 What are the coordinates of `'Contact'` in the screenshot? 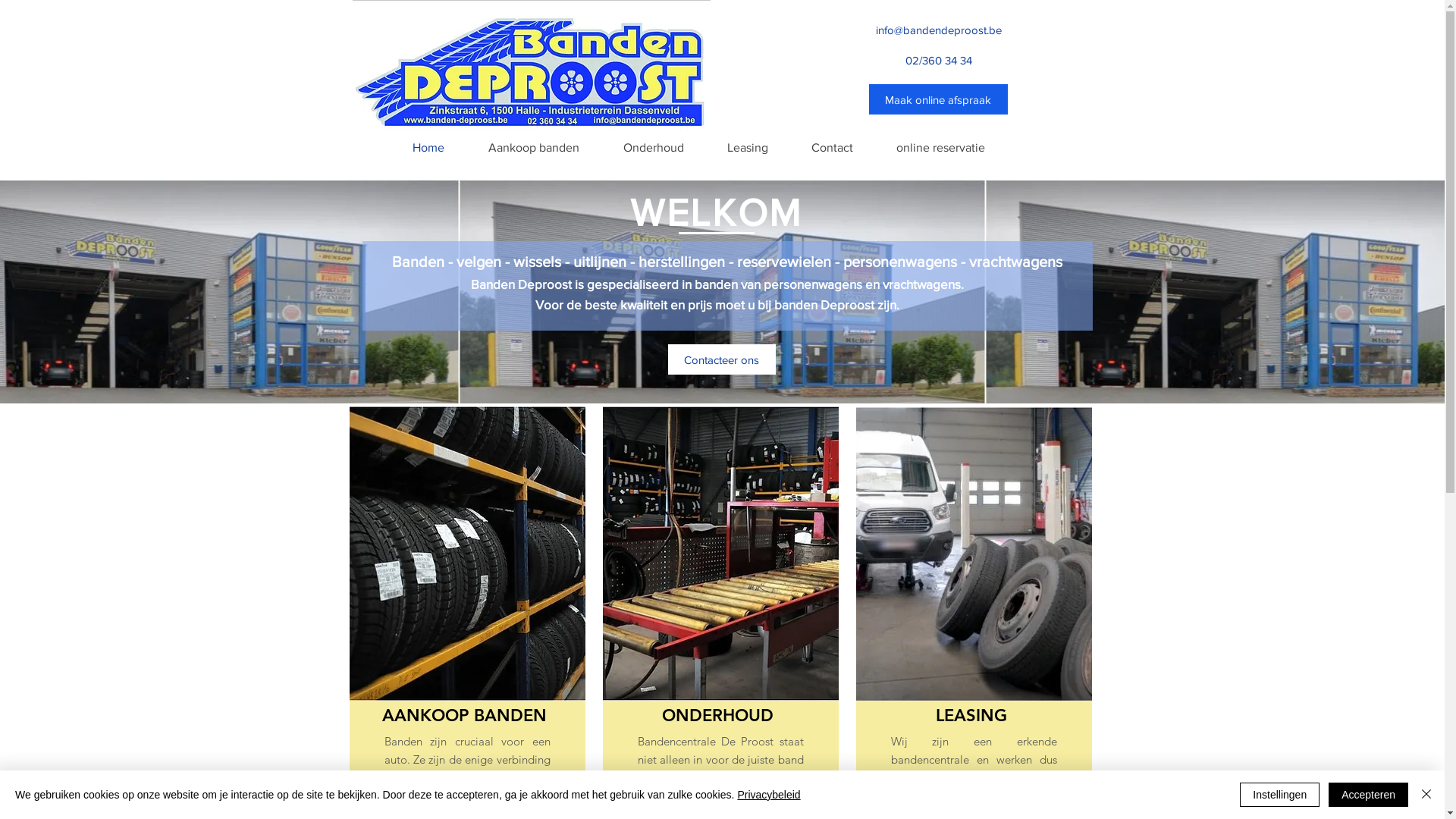 It's located at (789, 148).